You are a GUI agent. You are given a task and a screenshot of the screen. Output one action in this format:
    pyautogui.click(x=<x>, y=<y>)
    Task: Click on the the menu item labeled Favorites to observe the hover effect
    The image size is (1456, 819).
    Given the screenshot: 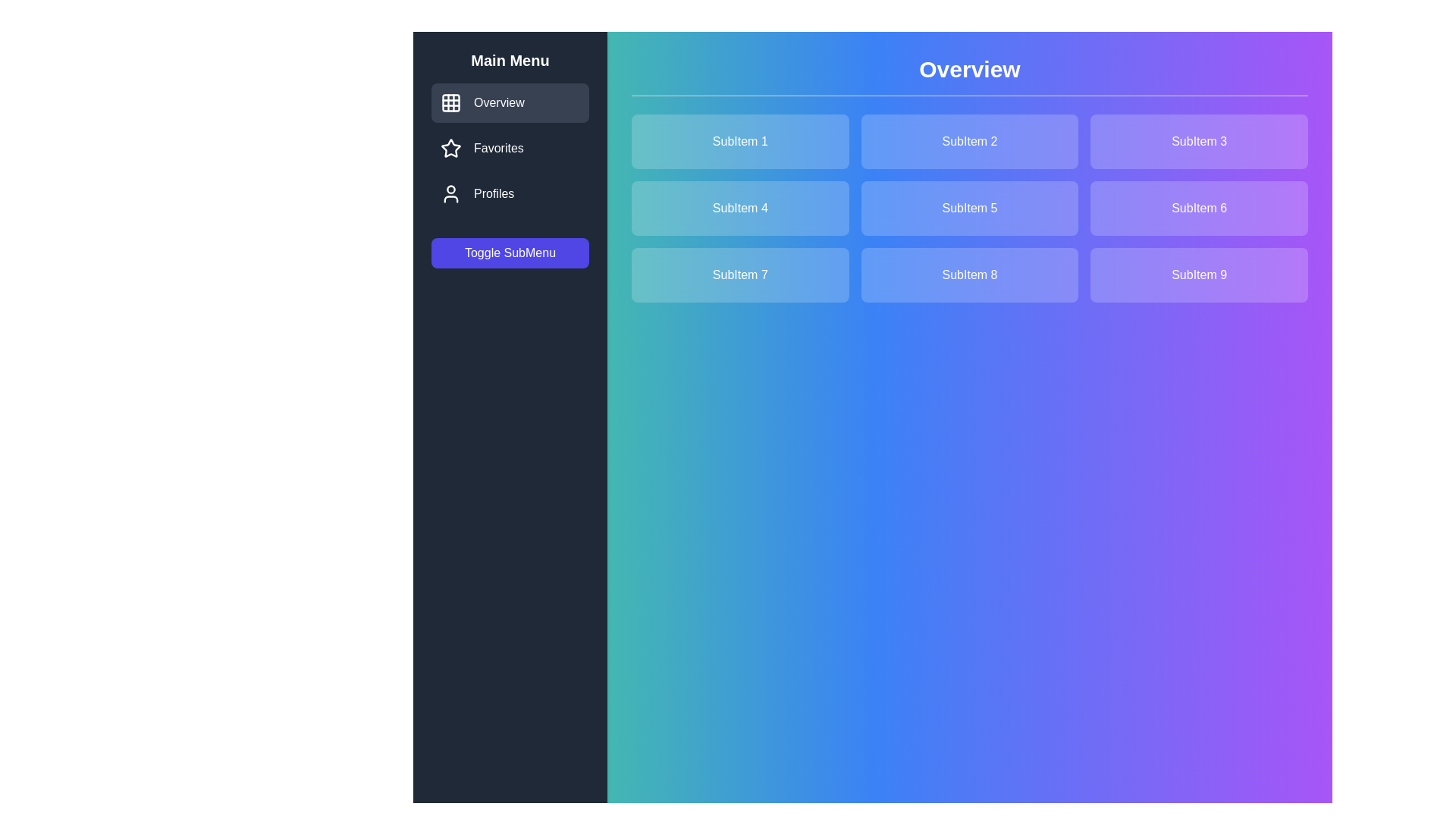 What is the action you would take?
    pyautogui.click(x=510, y=149)
    